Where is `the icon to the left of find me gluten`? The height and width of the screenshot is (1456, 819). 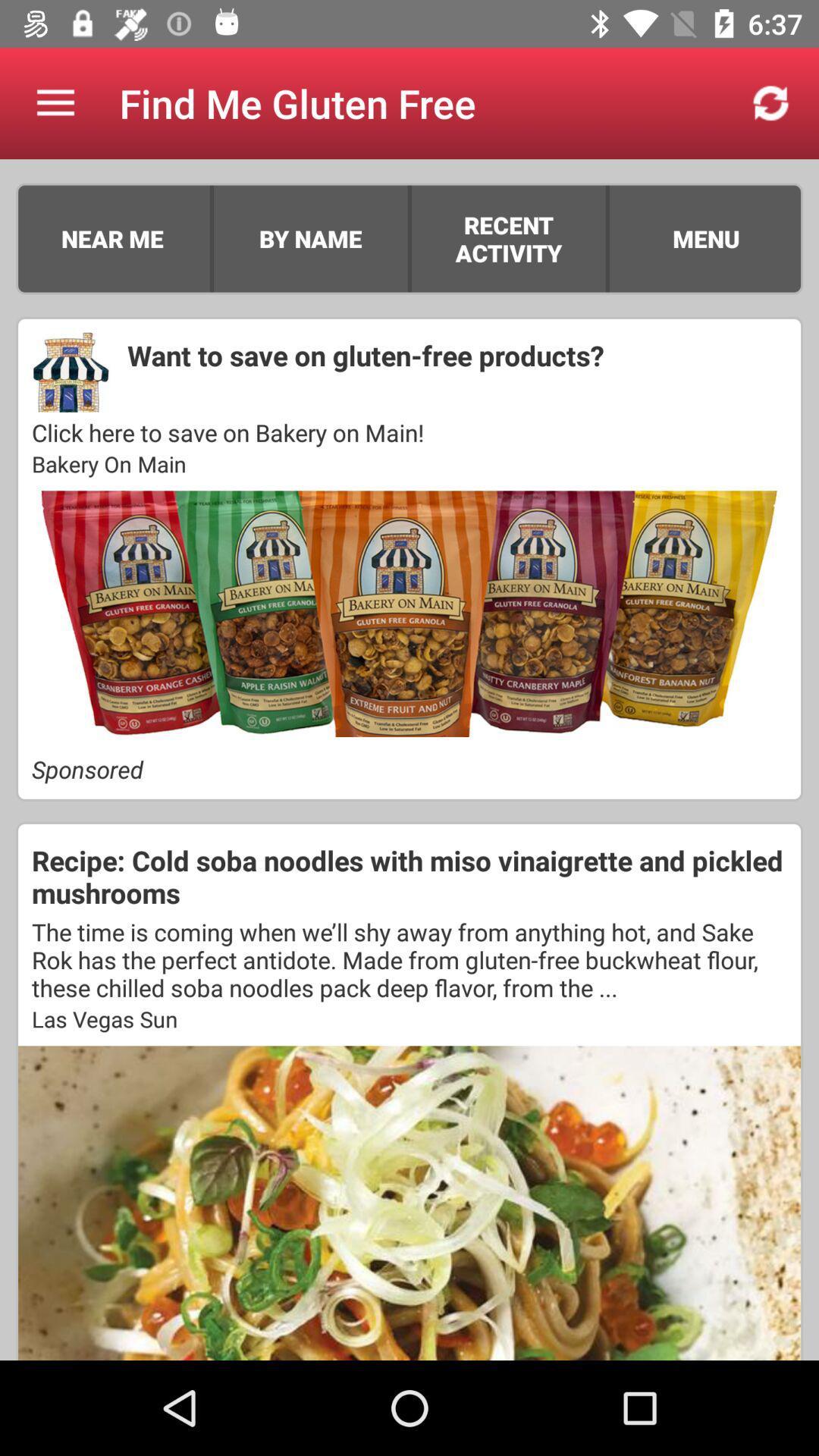
the icon to the left of find me gluten is located at coordinates (55, 102).